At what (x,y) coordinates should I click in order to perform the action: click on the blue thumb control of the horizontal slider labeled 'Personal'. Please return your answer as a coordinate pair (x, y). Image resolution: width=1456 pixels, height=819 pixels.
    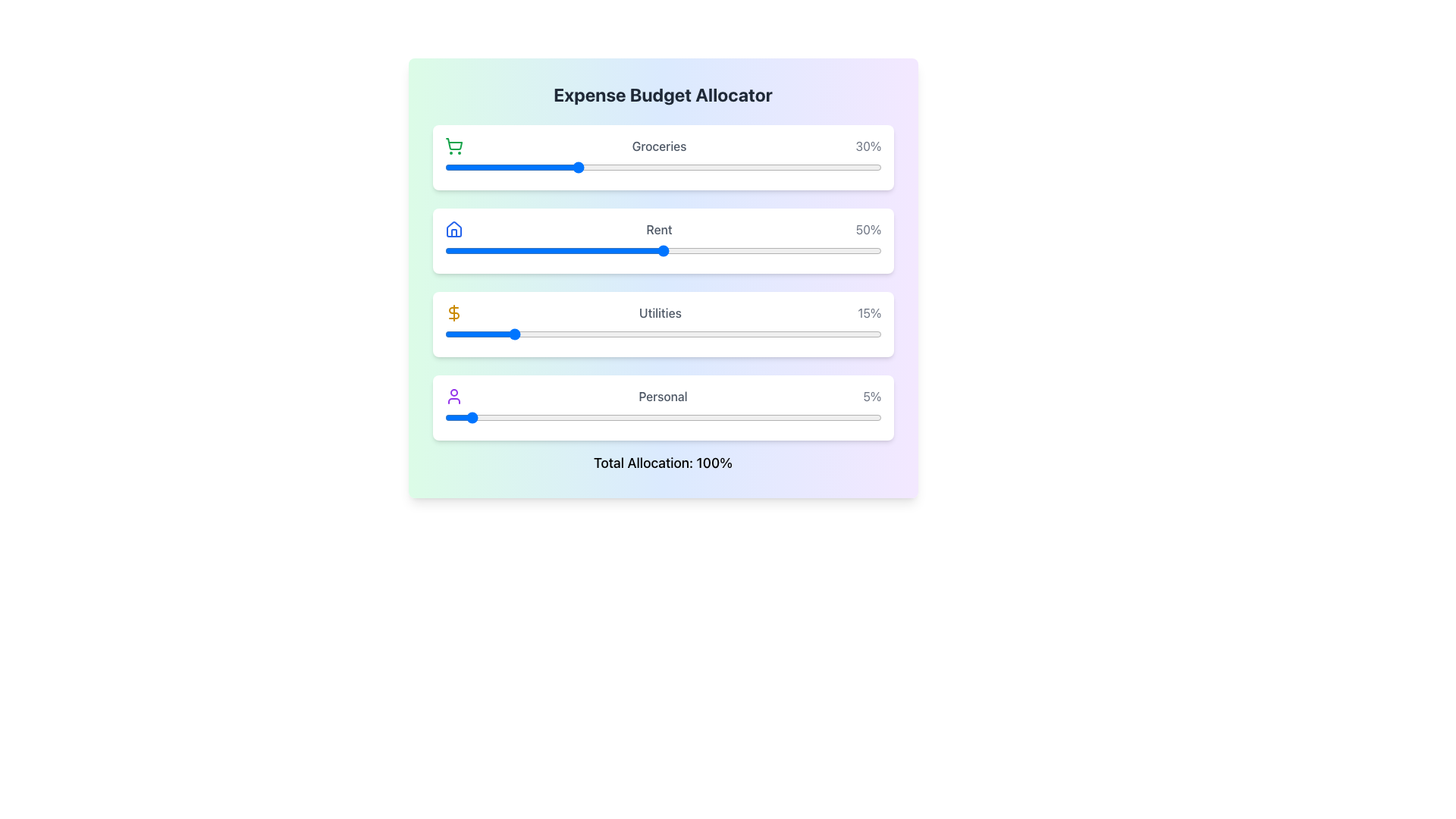
    Looking at the image, I should click on (663, 418).